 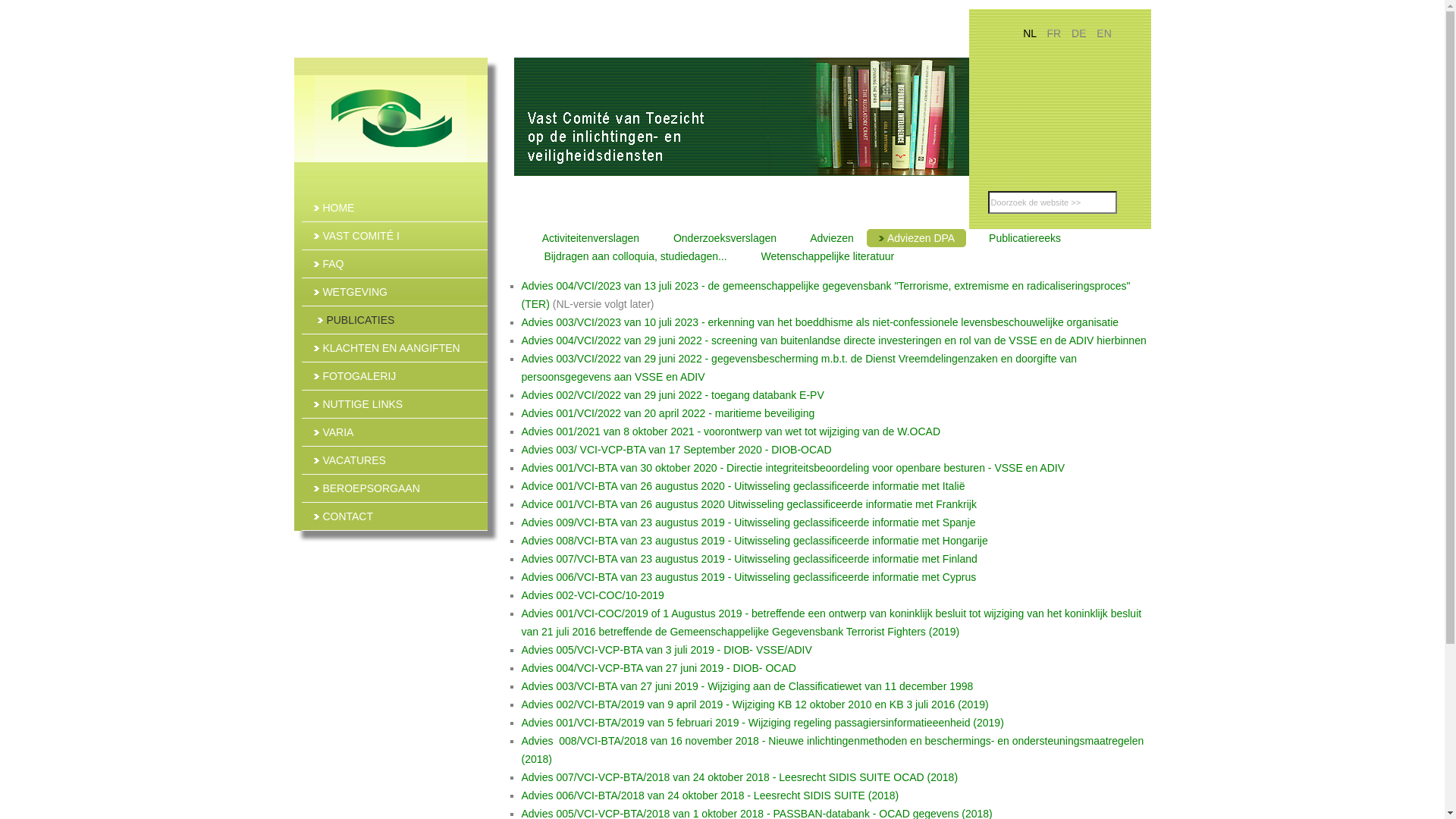 I want to click on 'Advies 005/VCI-VCP-BTA van 3 juli 2019 - DIOB- VSSE/ADIV', so click(x=667, y=648).